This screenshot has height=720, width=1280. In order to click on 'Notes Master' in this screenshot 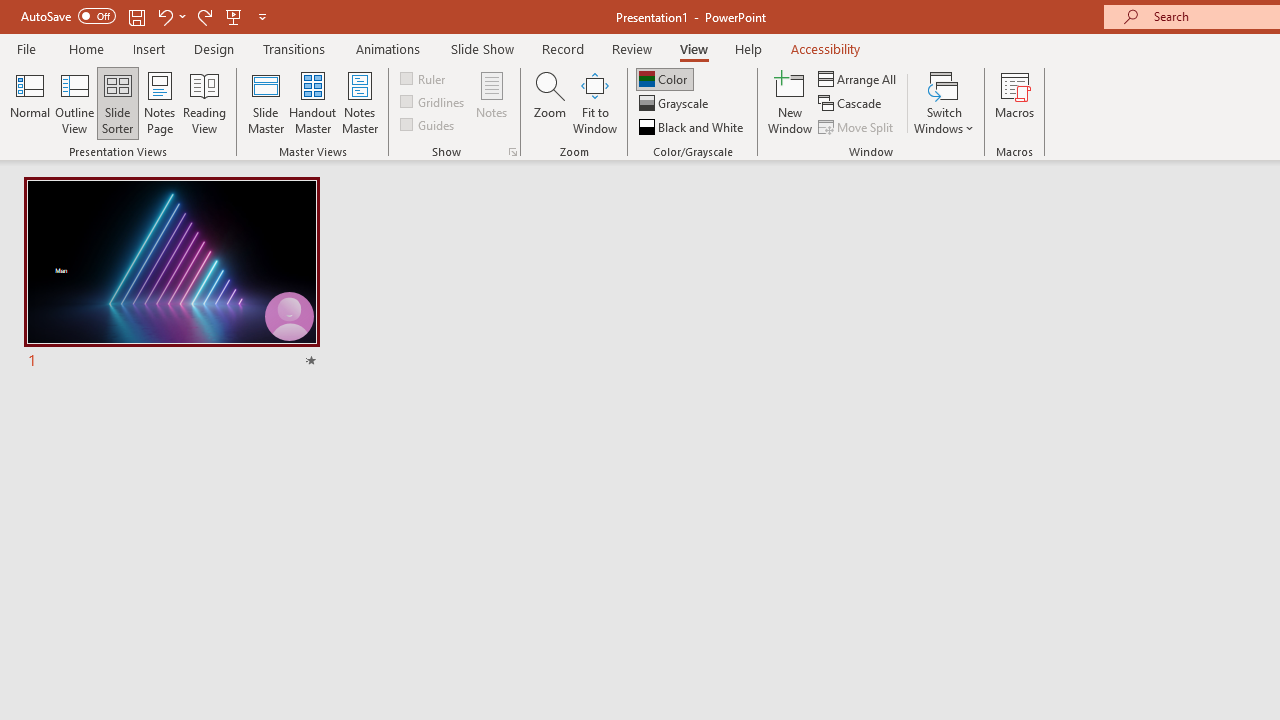, I will do `click(360, 103)`.